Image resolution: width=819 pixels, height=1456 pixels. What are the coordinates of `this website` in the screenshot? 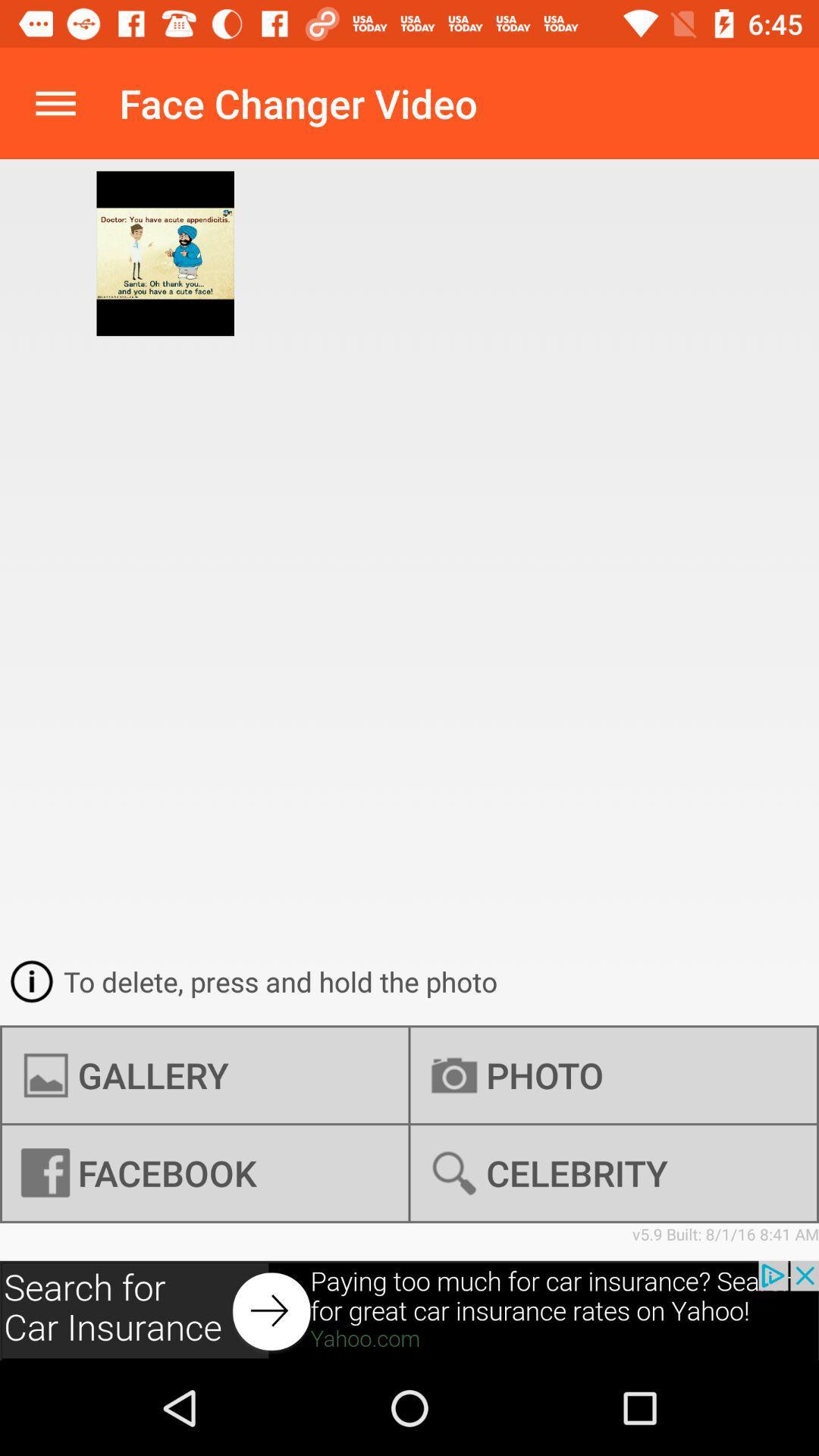 It's located at (409, 1310).